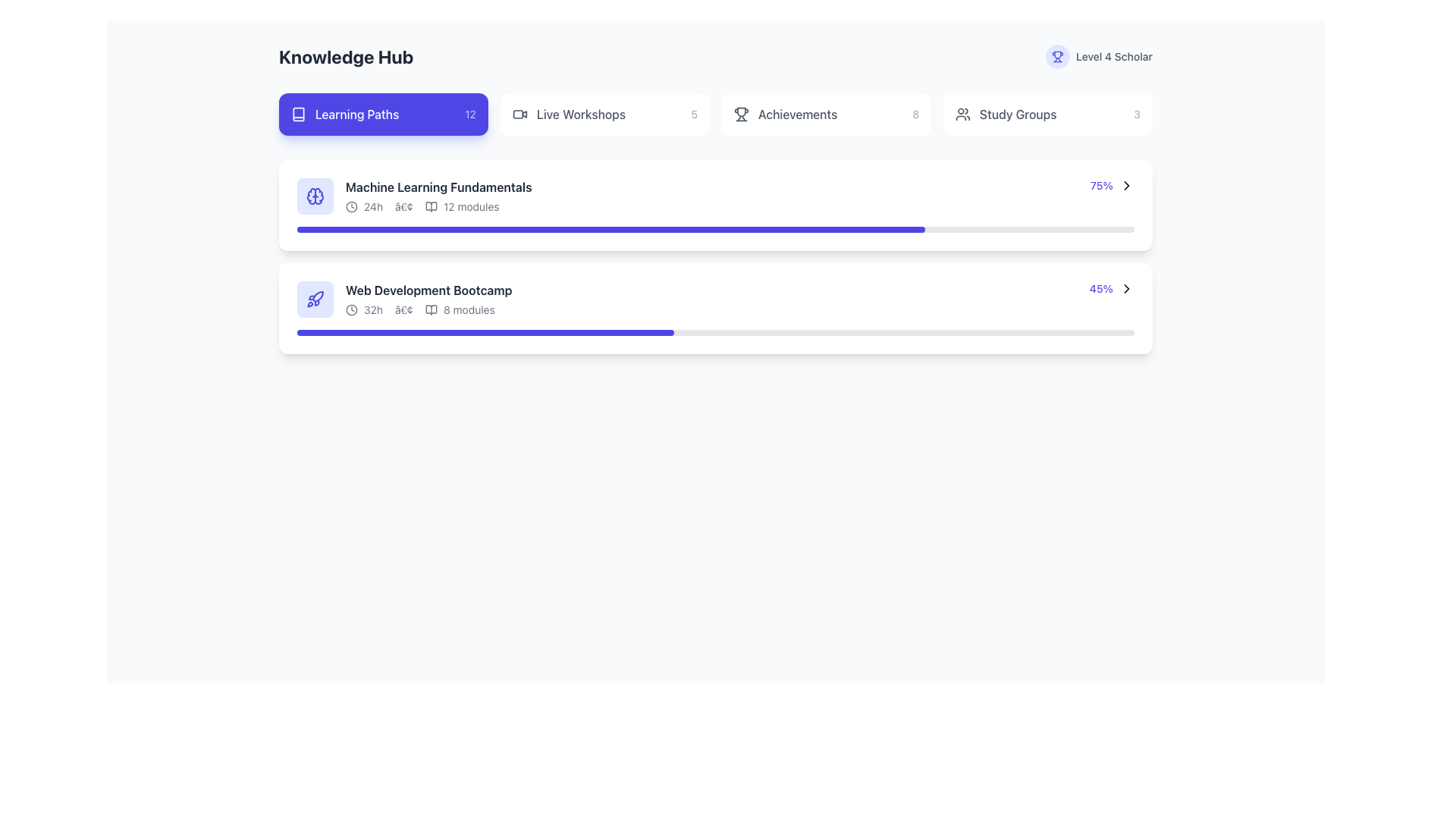 Image resolution: width=1456 pixels, height=819 pixels. I want to click on the clickable navigation link element featuring a blue percentage value and a black rightward arrow icon located at the bottom-right corner of the 'Web Development Bootcamp' card, so click(1112, 289).